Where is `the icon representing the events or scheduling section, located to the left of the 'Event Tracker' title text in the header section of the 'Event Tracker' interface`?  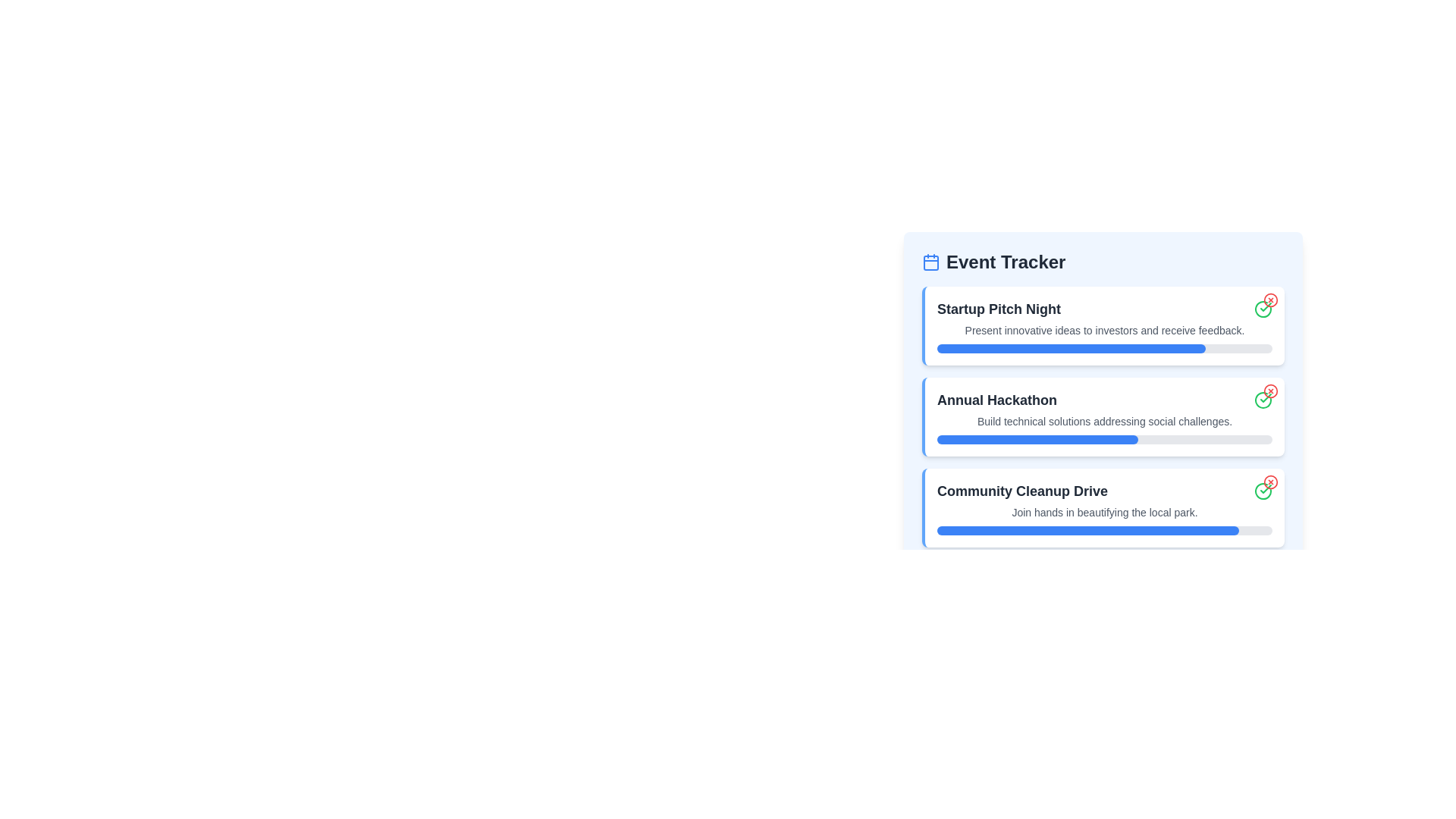
the icon representing the events or scheduling section, located to the left of the 'Event Tracker' title text in the header section of the 'Event Tracker' interface is located at coordinates (930, 262).